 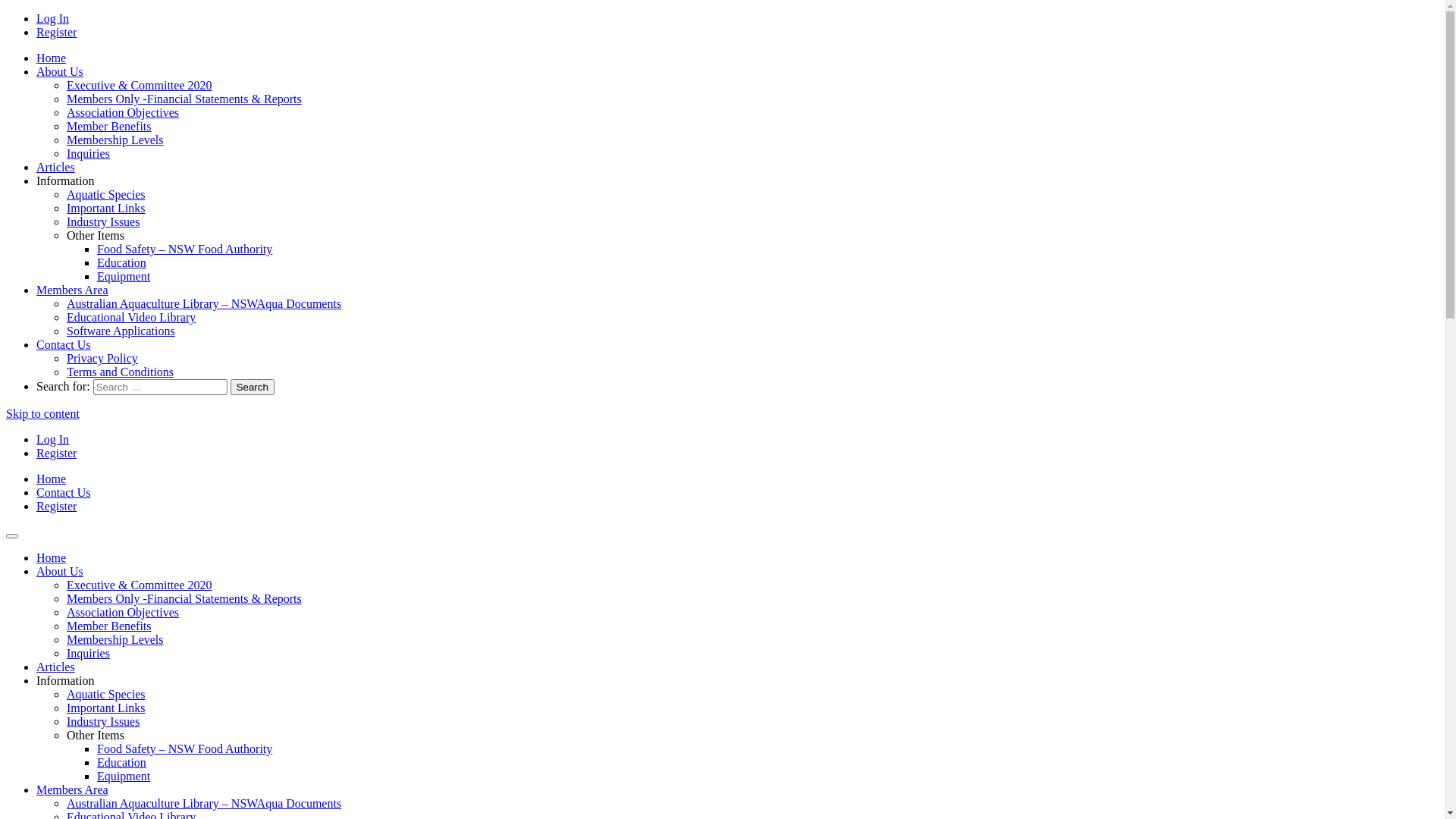 What do you see at coordinates (120, 330) in the screenshot?
I see `'Software Applications'` at bounding box center [120, 330].